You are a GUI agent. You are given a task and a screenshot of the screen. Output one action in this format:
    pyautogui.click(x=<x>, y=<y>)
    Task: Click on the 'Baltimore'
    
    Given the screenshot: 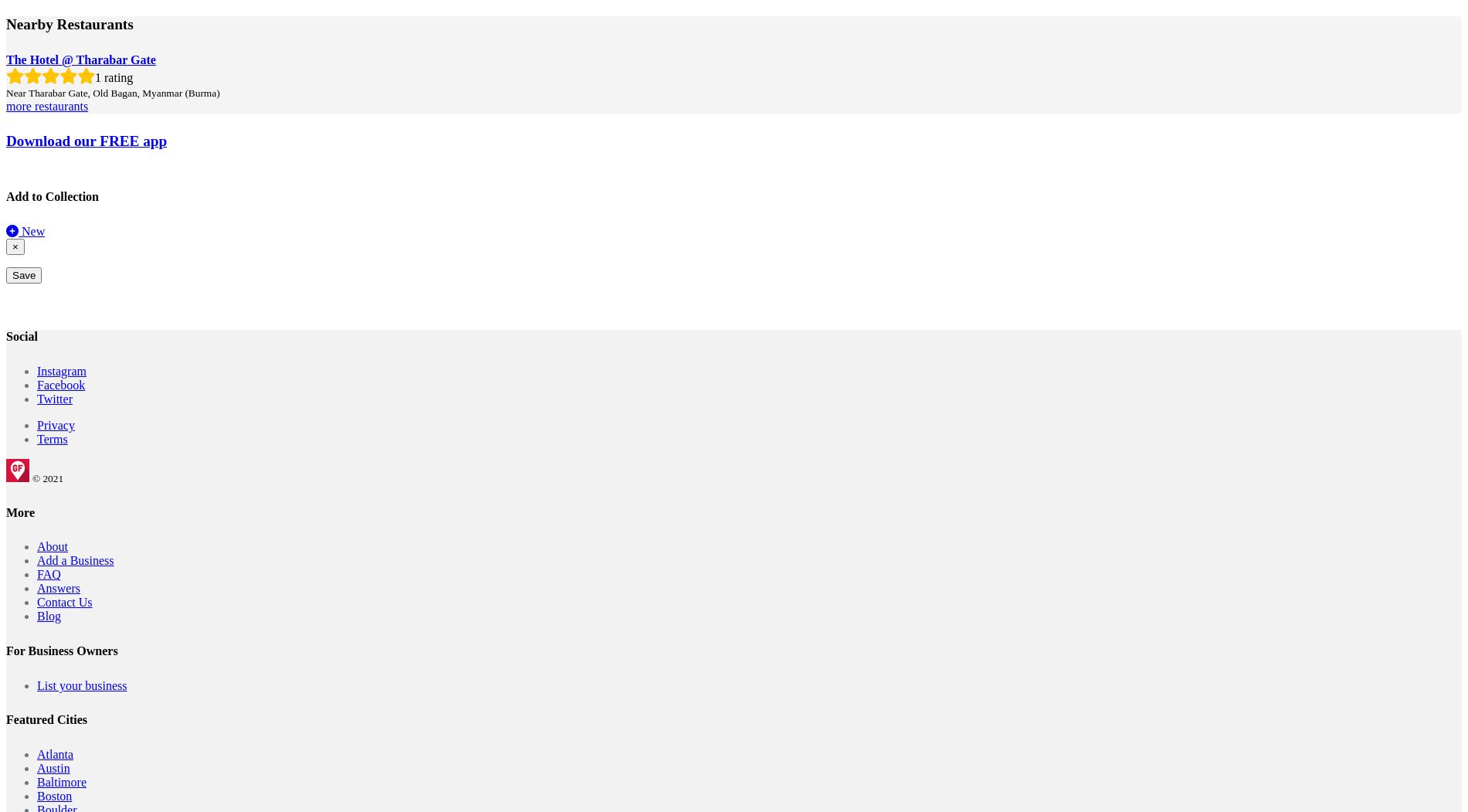 What is the action you would take?
    pyautogui.click(x=61, y=781)
    